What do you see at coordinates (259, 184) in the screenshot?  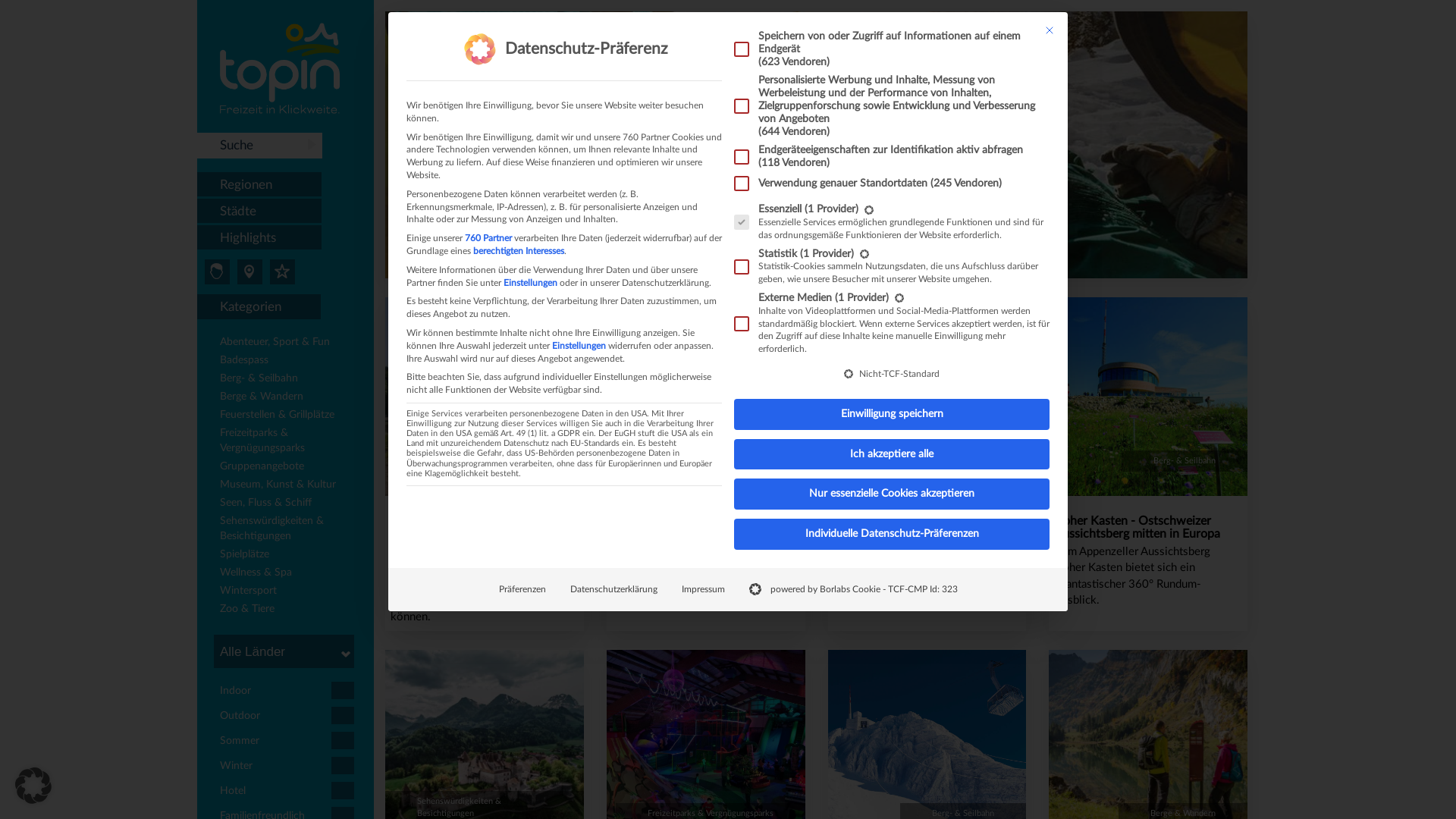 I see `'Regionen'` at bounding box center [259, 184].